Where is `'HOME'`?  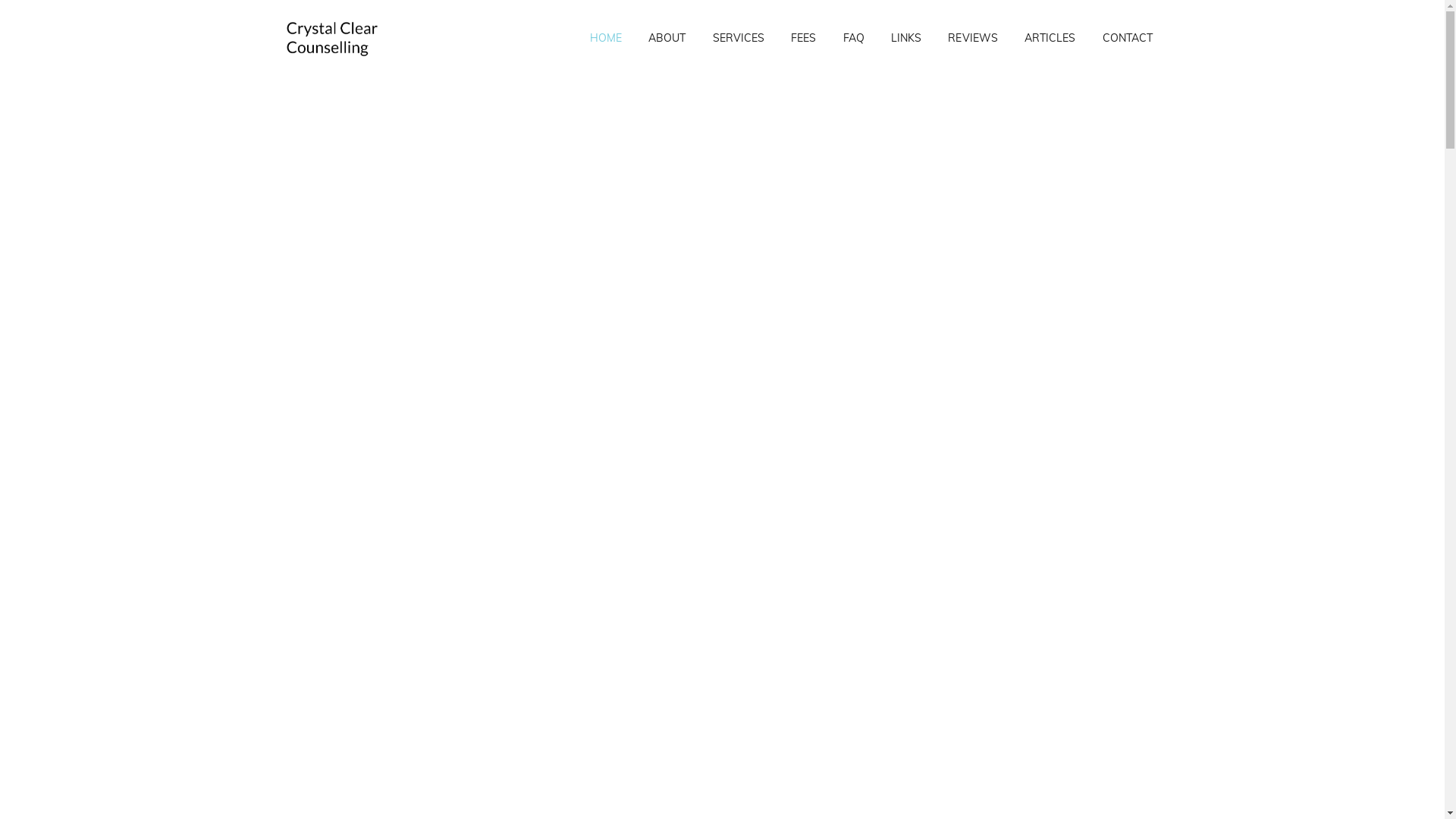 'HOME' is located at coordinates (604, 37).